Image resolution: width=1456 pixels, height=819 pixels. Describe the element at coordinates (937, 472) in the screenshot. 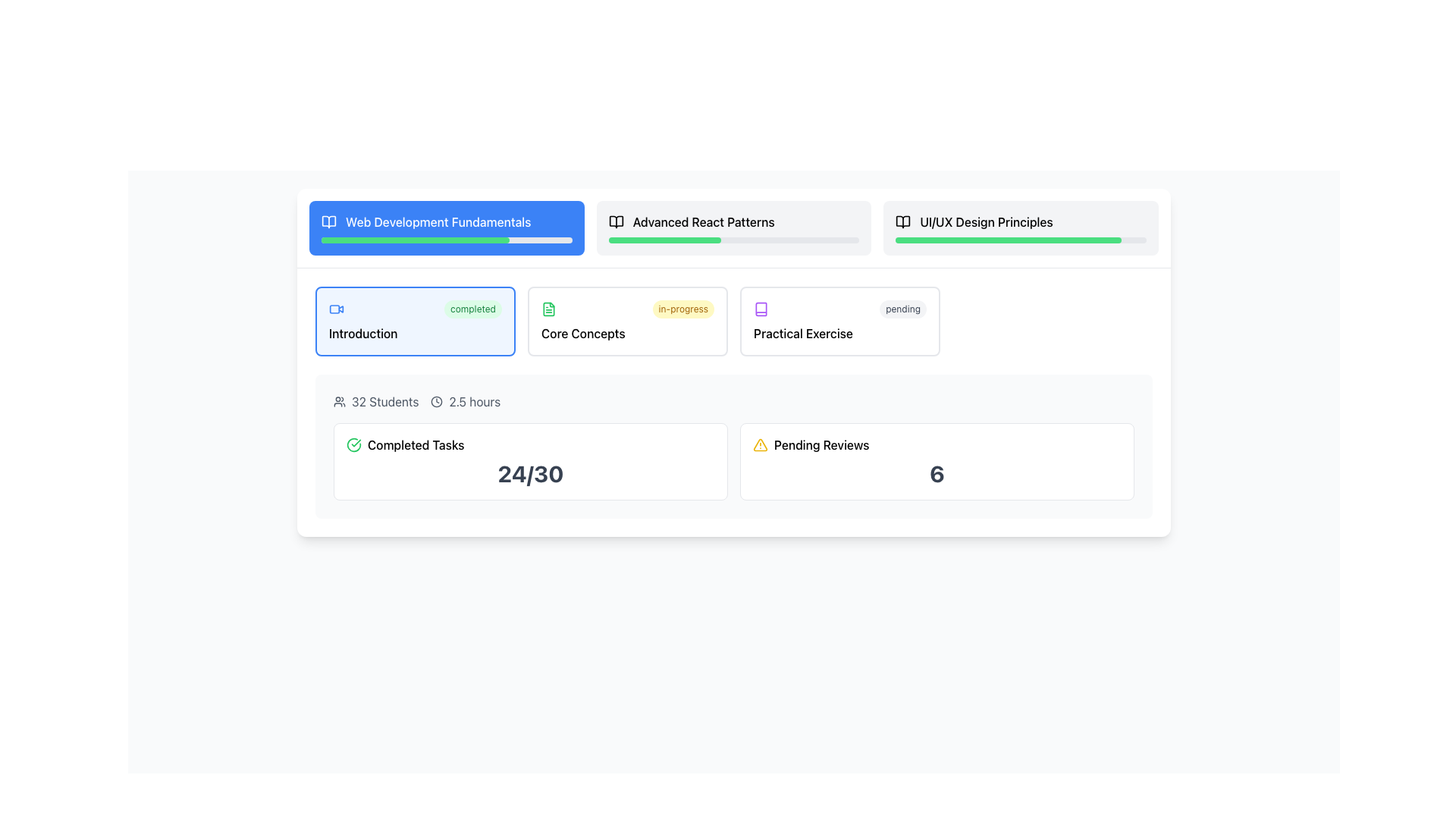

I see `the content of the text label displaying the number of pending reviews, which is located in a bordered and rounded white box beneath the 'Pending Reviews' label in the bottom-right corner of the layout` at that location.